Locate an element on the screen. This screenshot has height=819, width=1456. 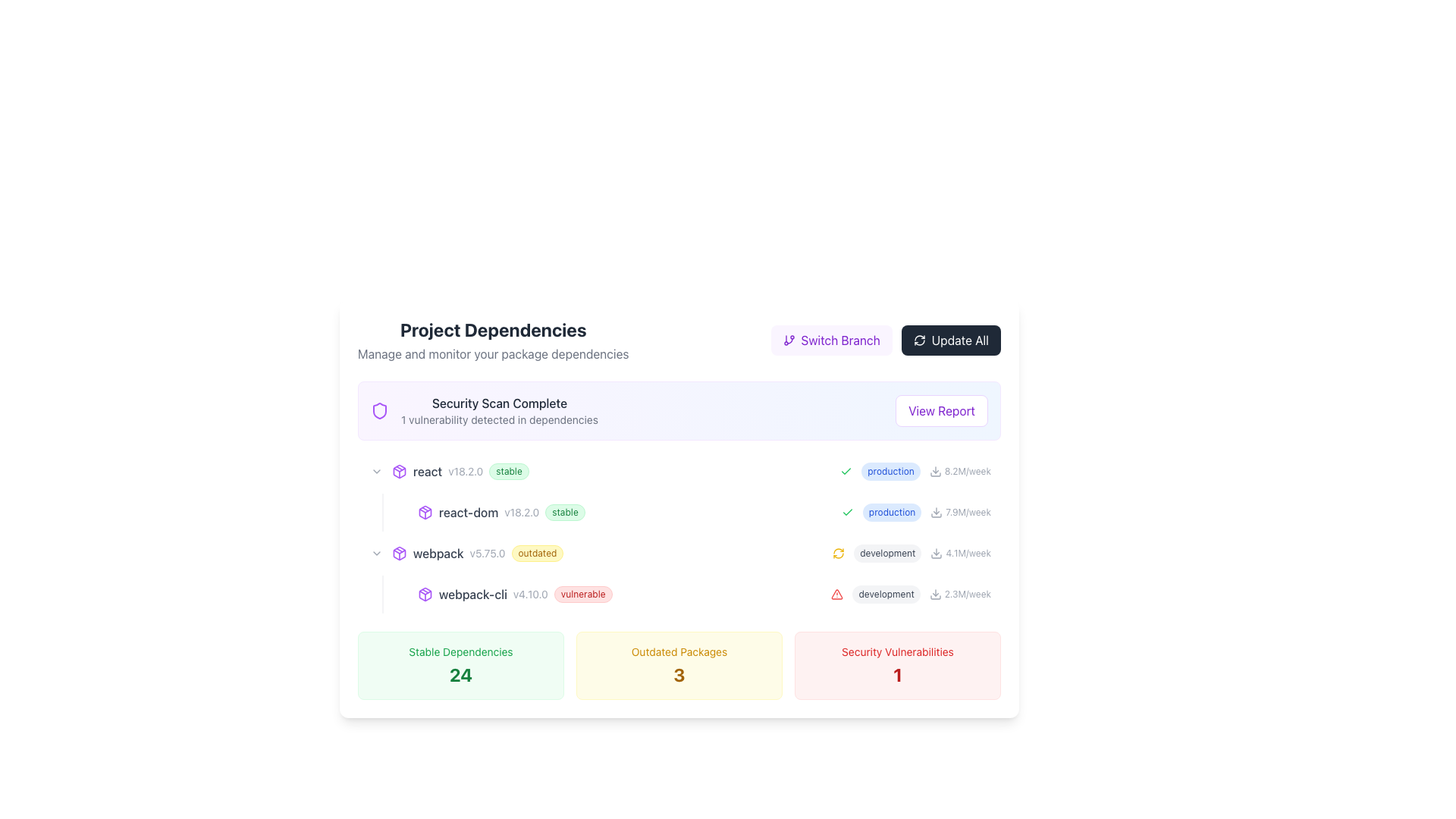
the small, downward-pointing chevron icon button located to the left of the text 'webpack v5.75.0 outdated' is located at coordinates (377, 553).